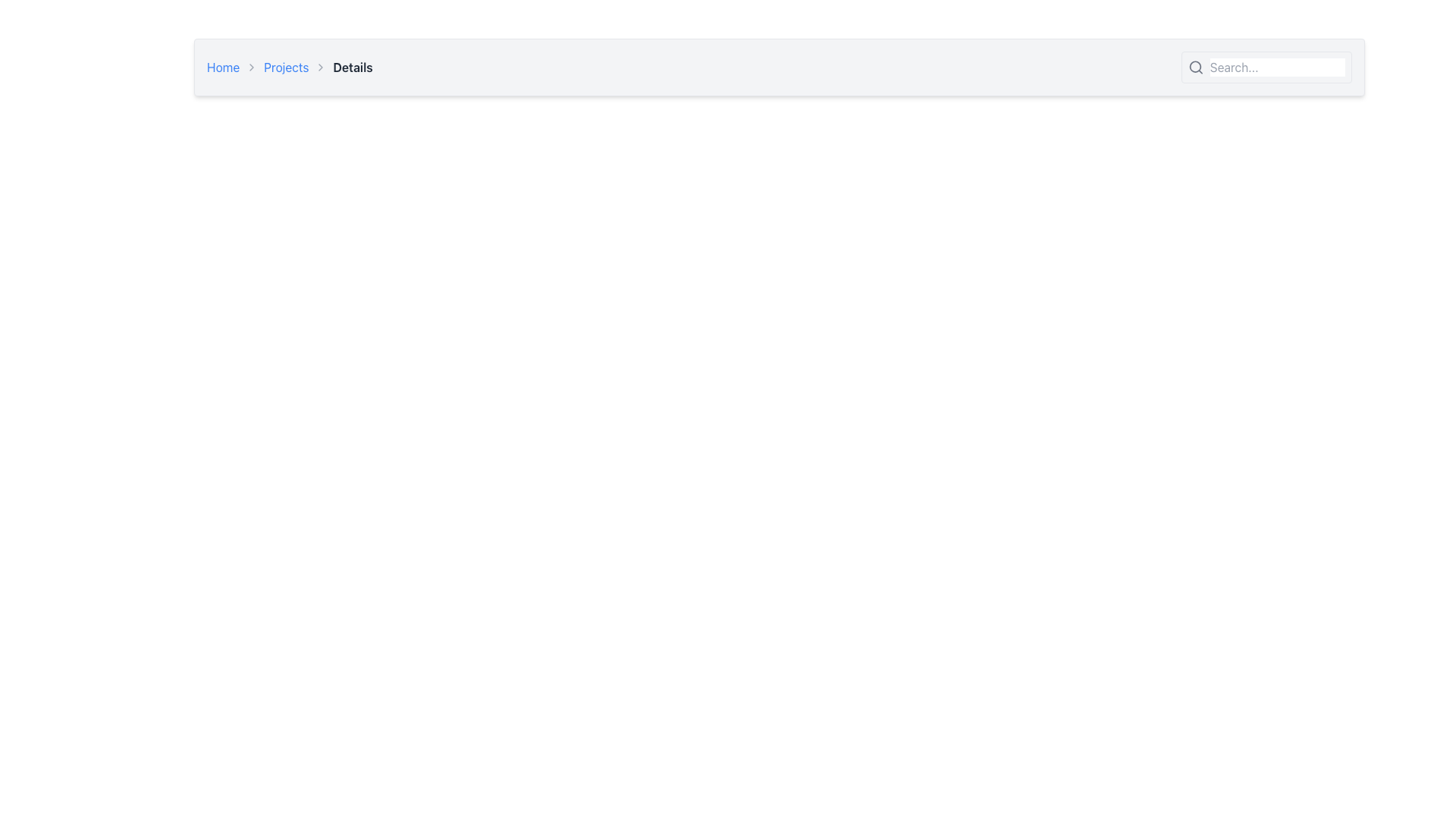 The height and width of the screenshot is (819, 1456). What do you see at coordinates (286, 66) in the screenshot?
I see `the second text component in the breadcrumb sequence` at bounding box center [286, 66].